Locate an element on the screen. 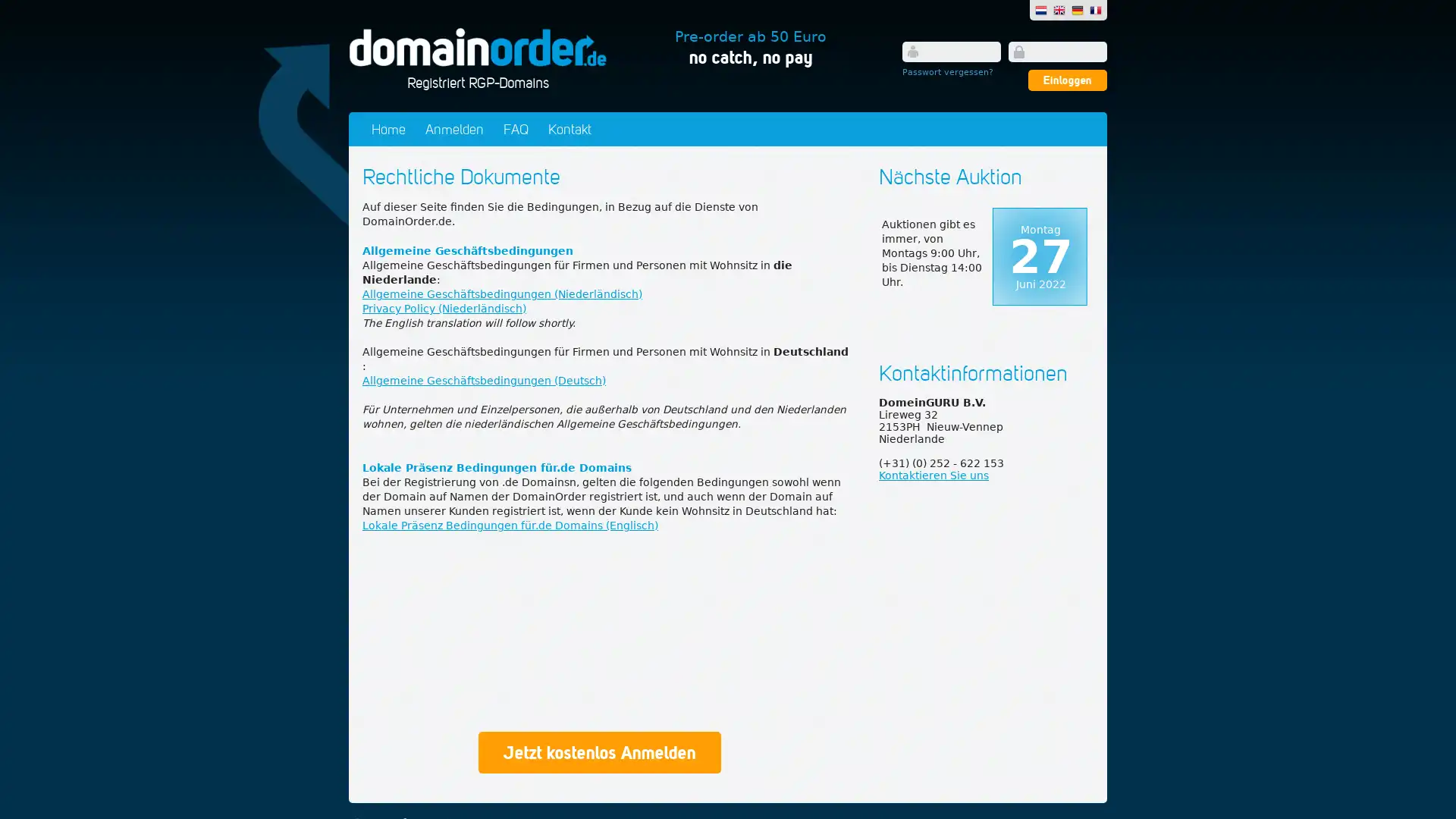  Einloggen is located at coordinates (1066, 80).